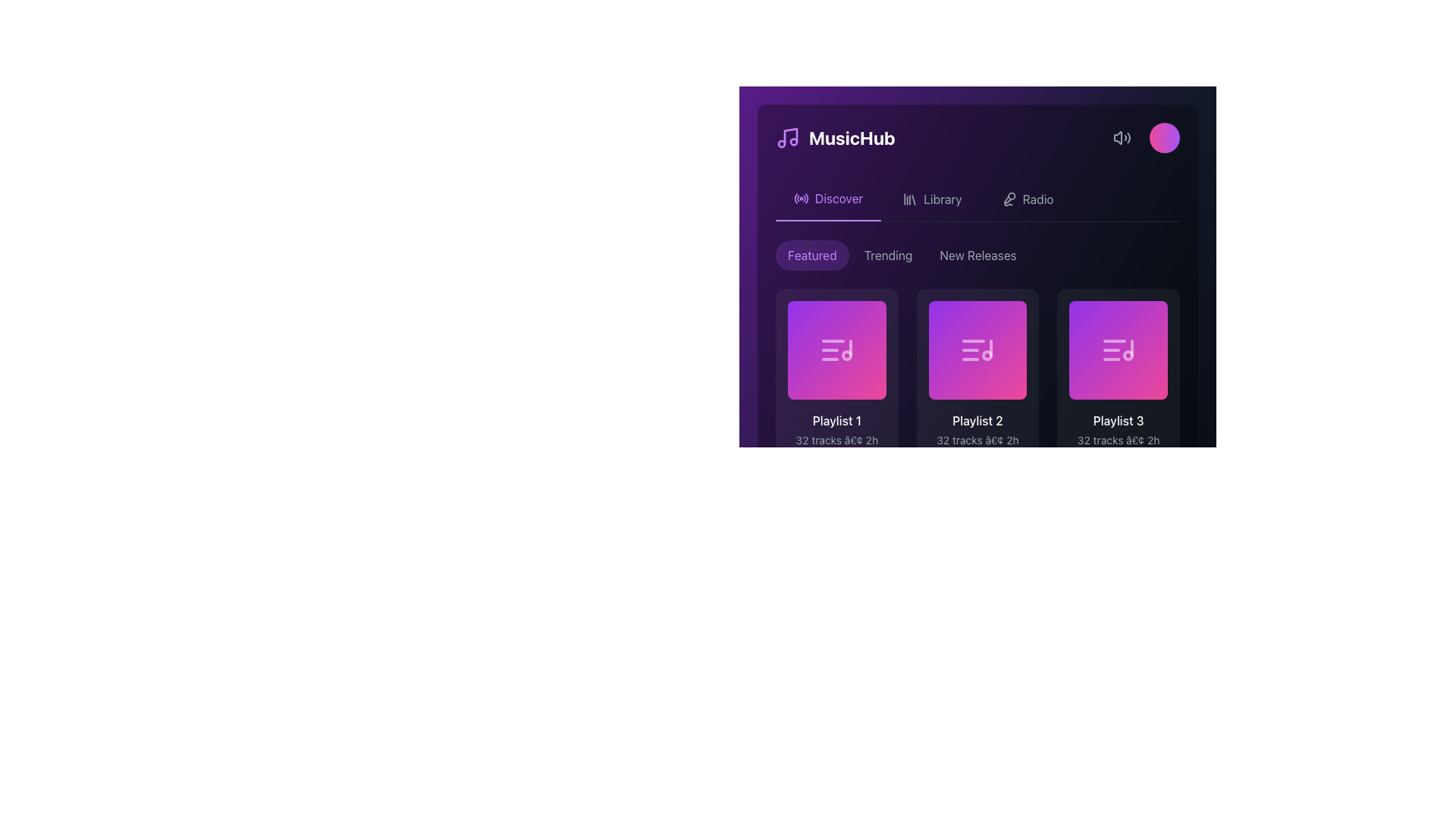 This screenshot has width=1456, height=819. What do you see at coordinates (787, 137) in the screenshot?
I see `the MusicHub icon located at the top-left of the interface, adjacent to the text 'MusicHub'` at bounding box center [787, 137].